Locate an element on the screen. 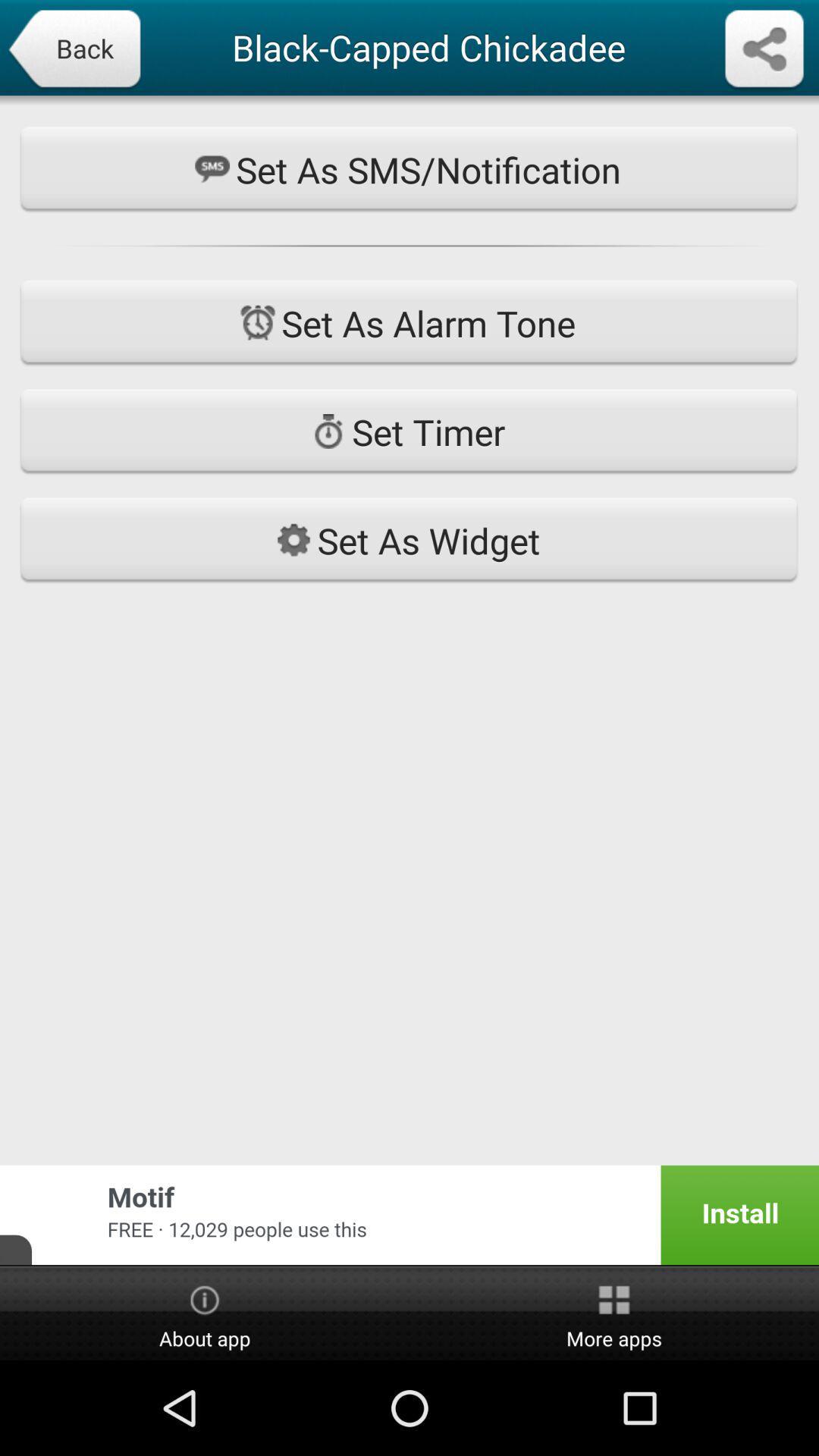 The width and height of the screenshot is (819, 1456). the icon at the top right corner is located at coordinates (764, 50).